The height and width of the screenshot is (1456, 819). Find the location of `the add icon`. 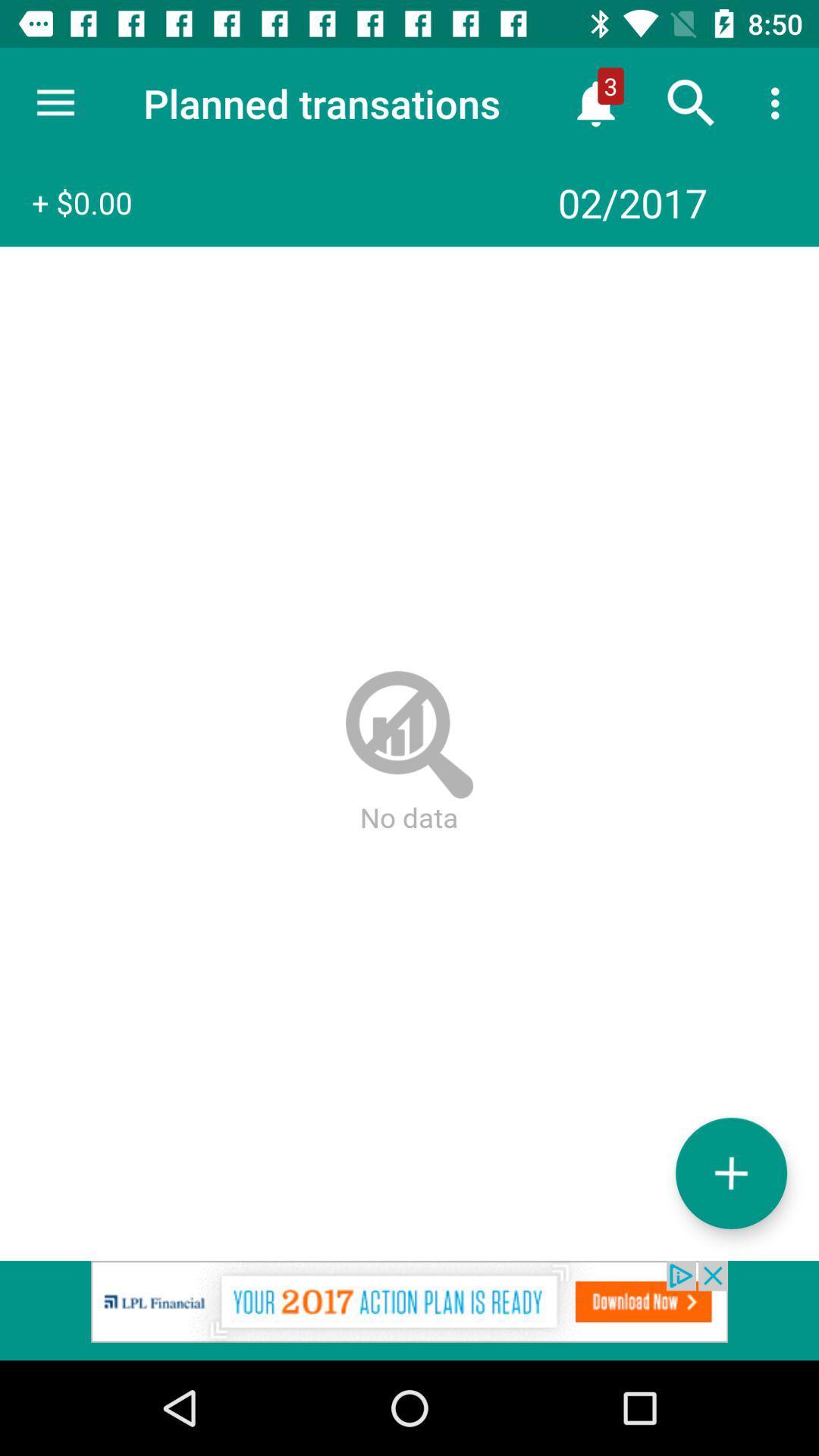

the add icon is located at coordinates (730, 1172).